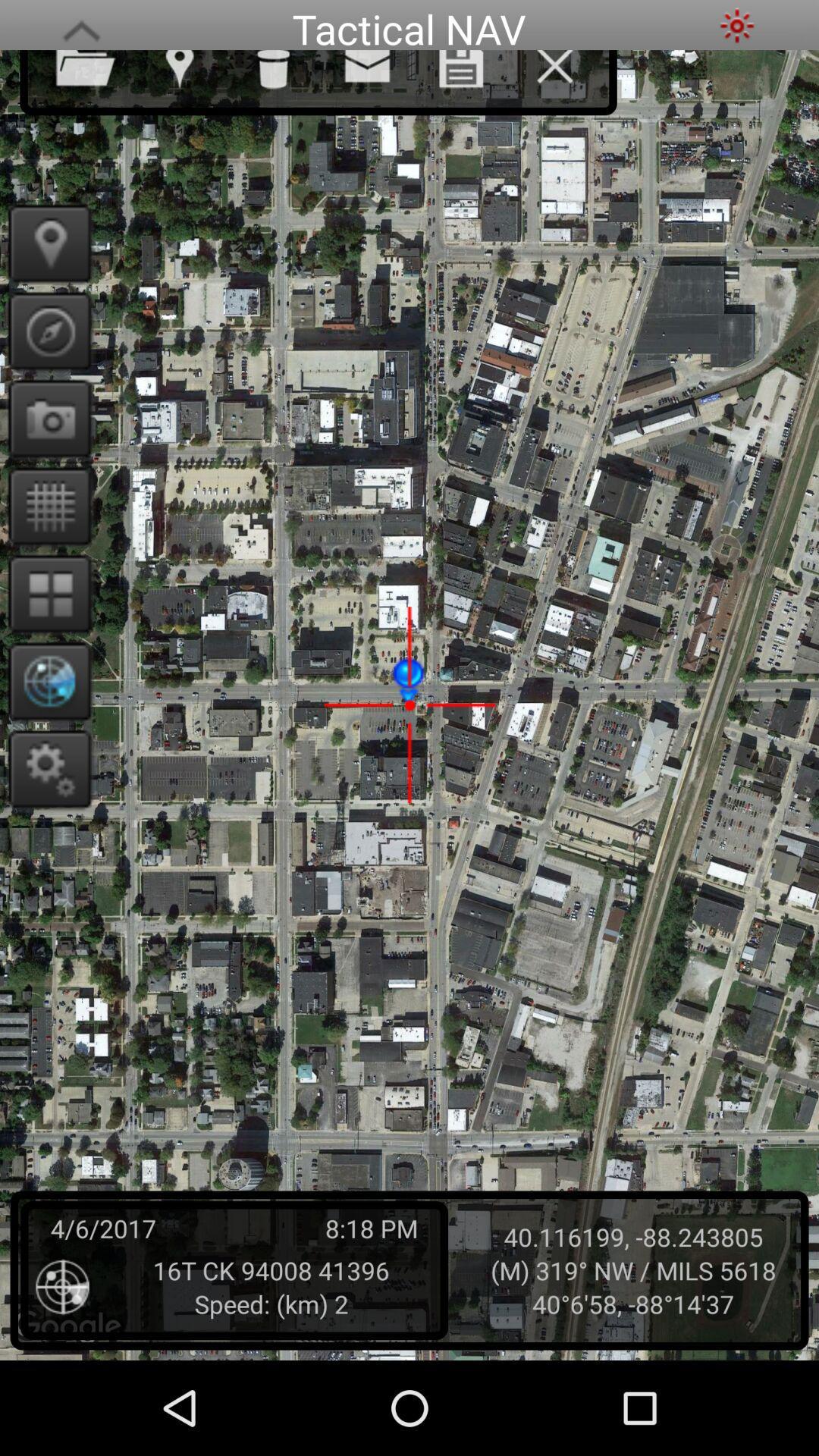 The width and height of the screenshot is (819, 1456). Describe the element at coordinates (44, 260) in the screenshot. I see `the location icon` at that location.